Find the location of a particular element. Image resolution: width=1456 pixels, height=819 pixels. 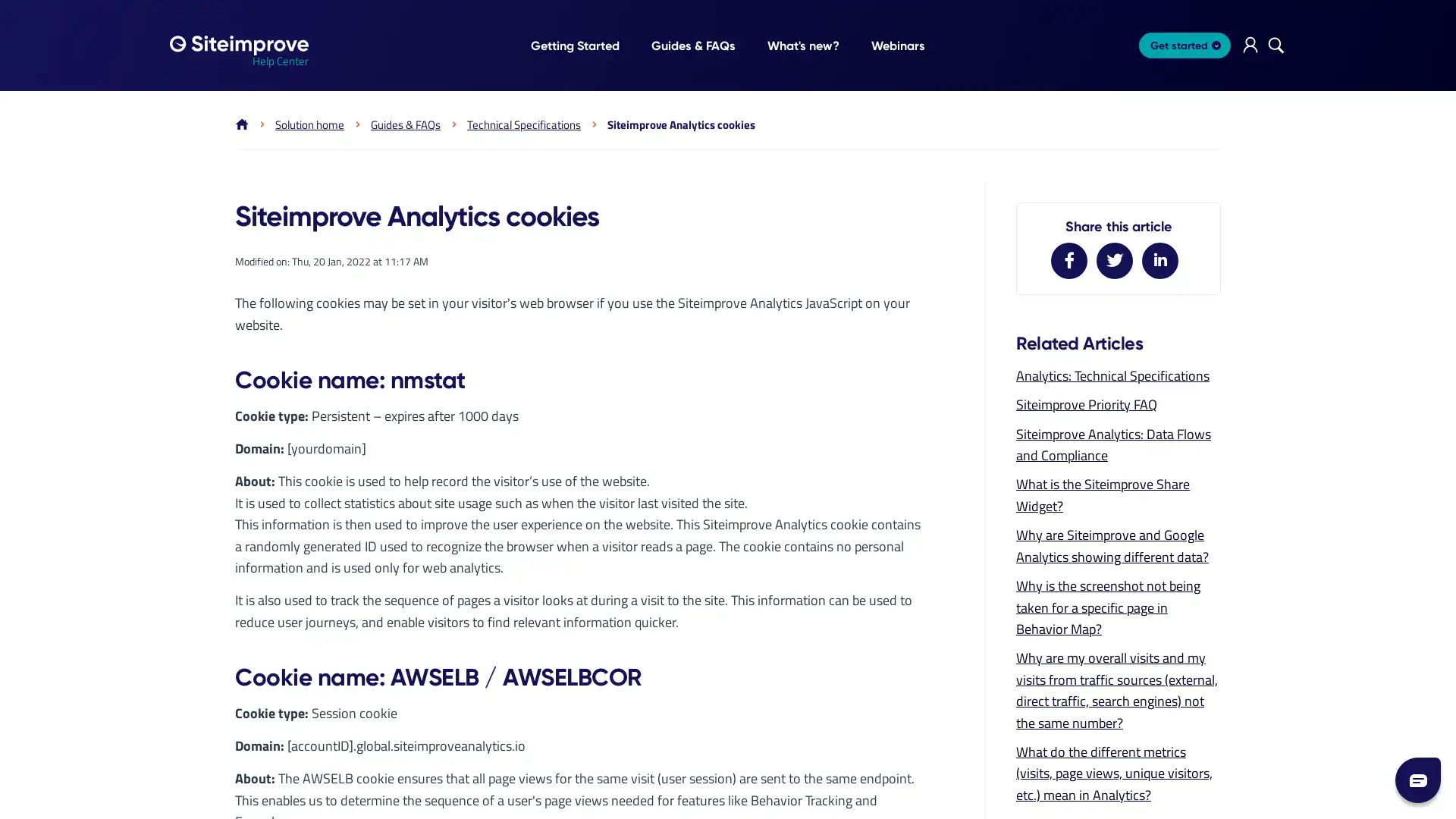

Open search is located at coordinates (1276, 45).